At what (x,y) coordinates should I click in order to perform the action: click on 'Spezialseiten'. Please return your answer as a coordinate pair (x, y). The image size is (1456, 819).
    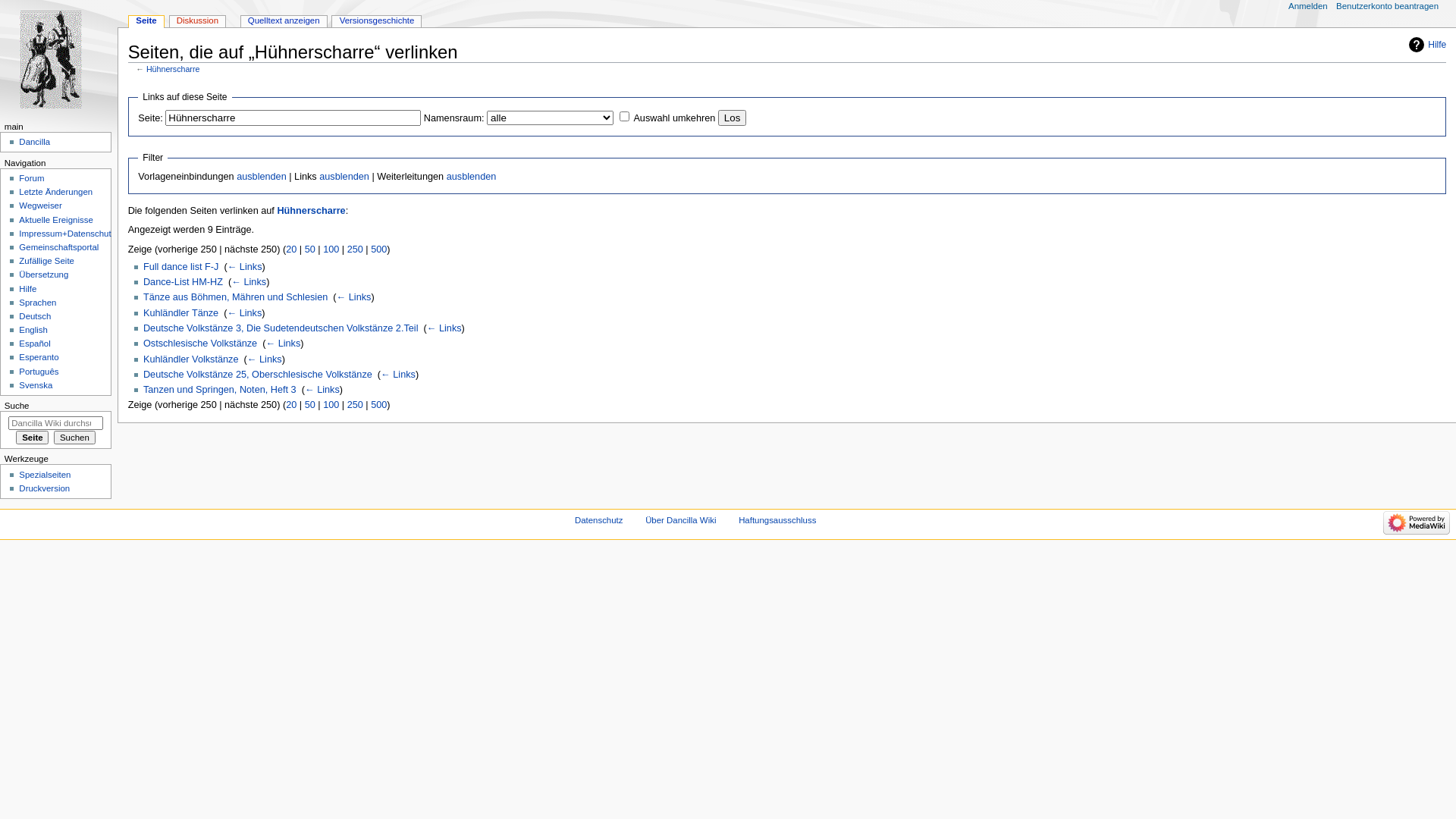
    Looking at the image, I should click on (44, 473).